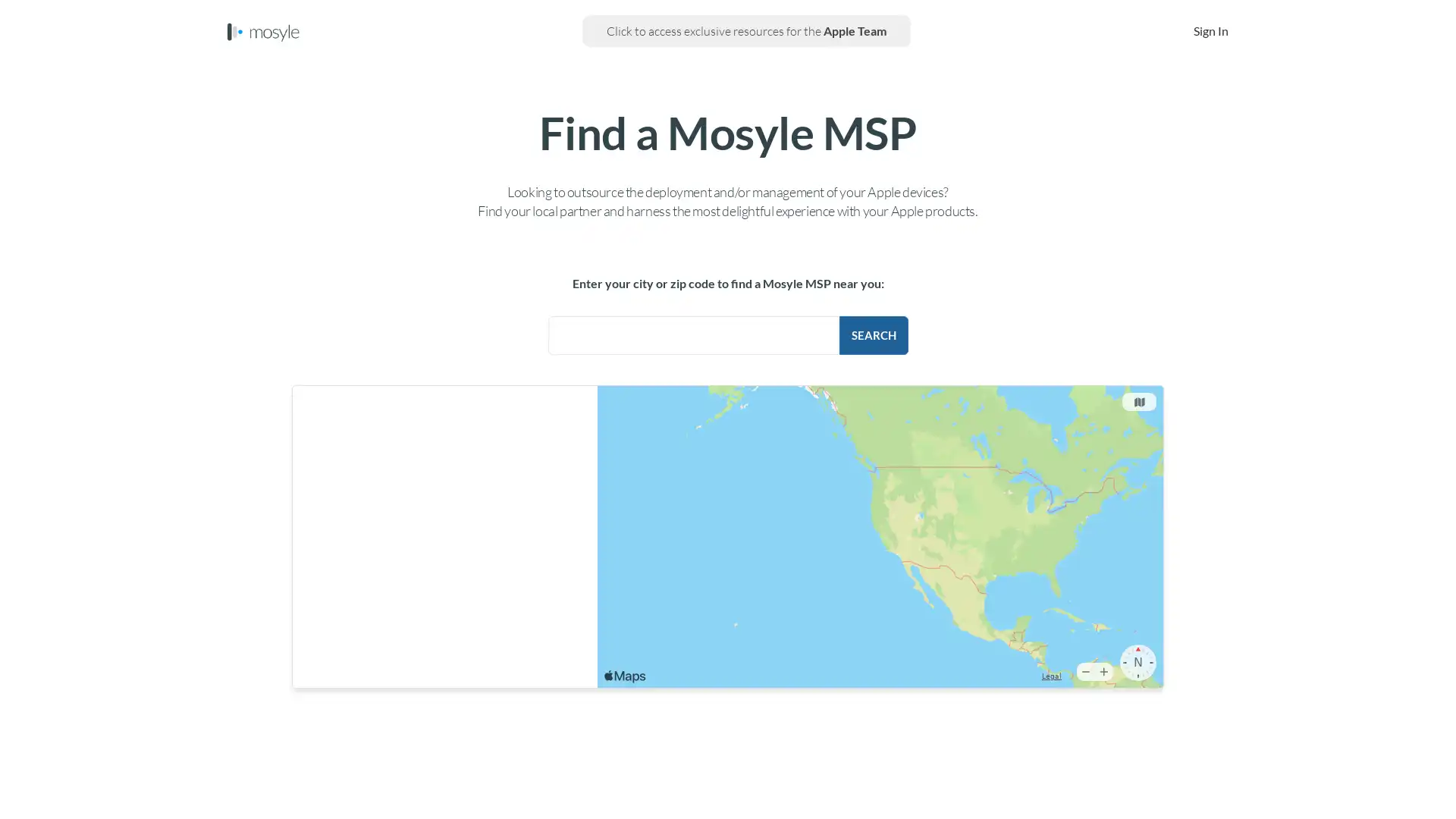 The height and width of the screenshot is (819, 1456). Describe the element at coordinates (746, 31) in the screenshot. I see `Click to access exclusive resources for the Apple Team` at that location.